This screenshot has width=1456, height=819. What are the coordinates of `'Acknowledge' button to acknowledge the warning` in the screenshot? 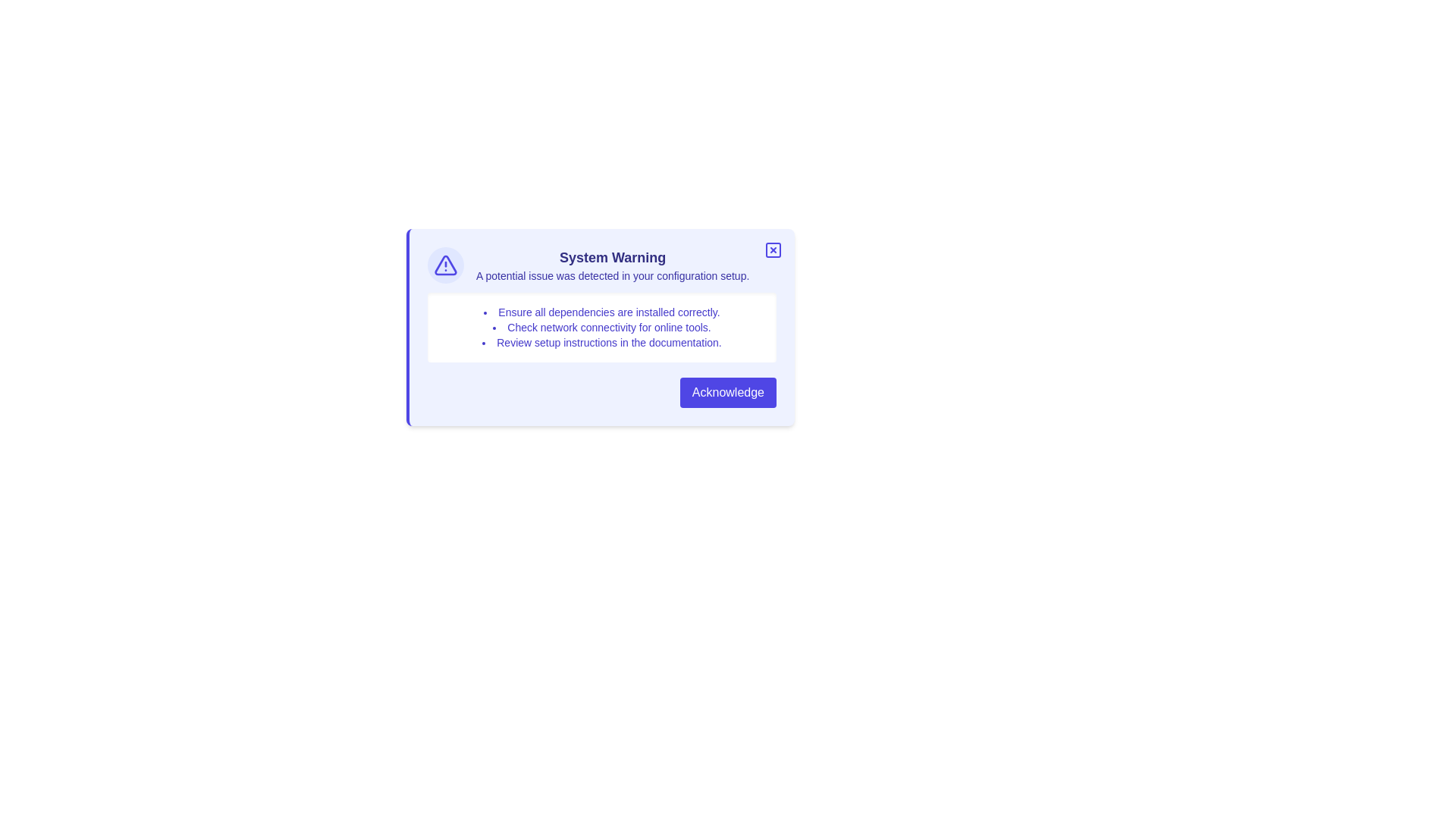 It's located at (728, 391).